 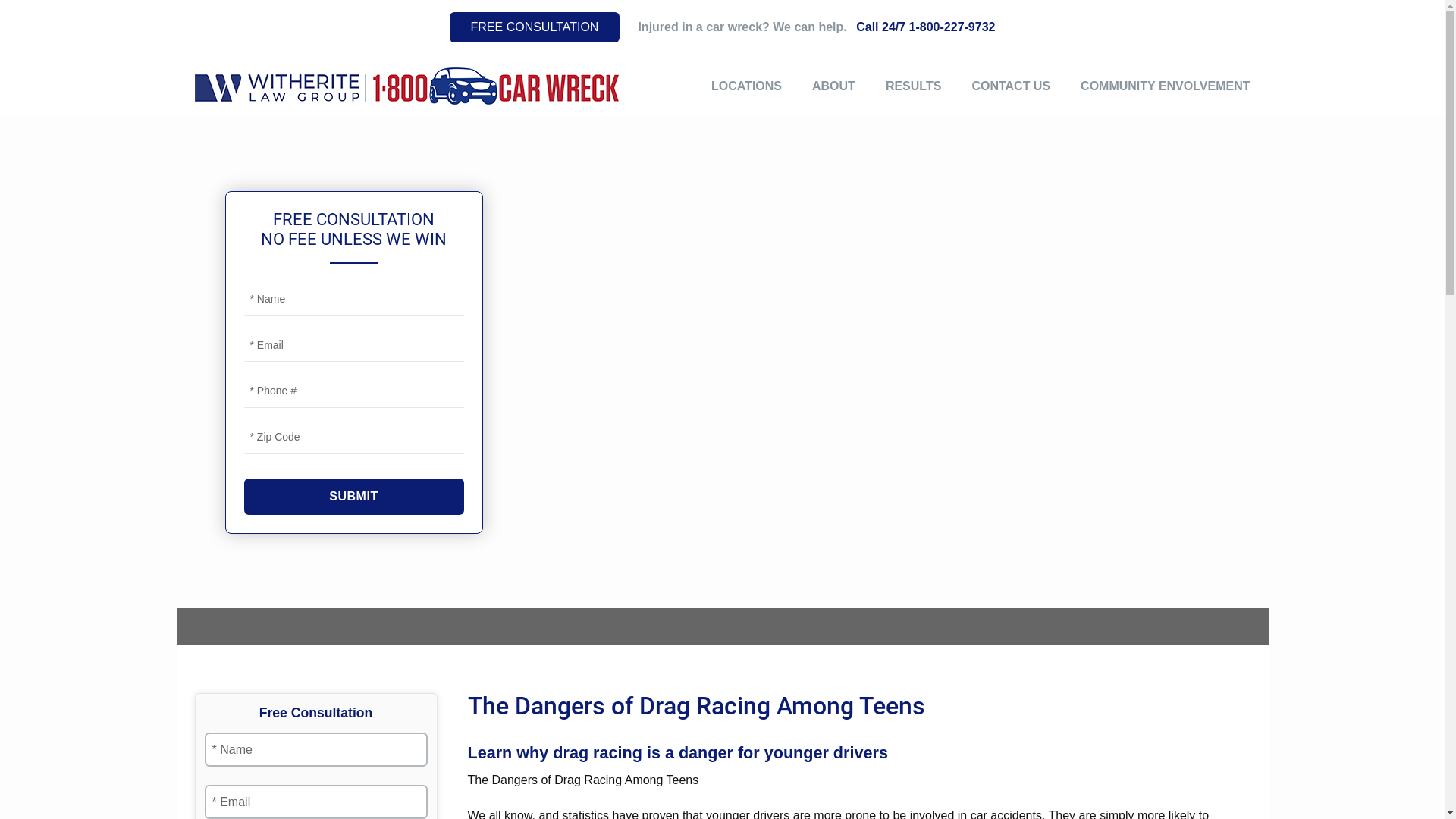 What do you see at coordinates (1011, 86) in the screenshot?
I see `'CONTACT US'` at bounding box center [1011, 86].